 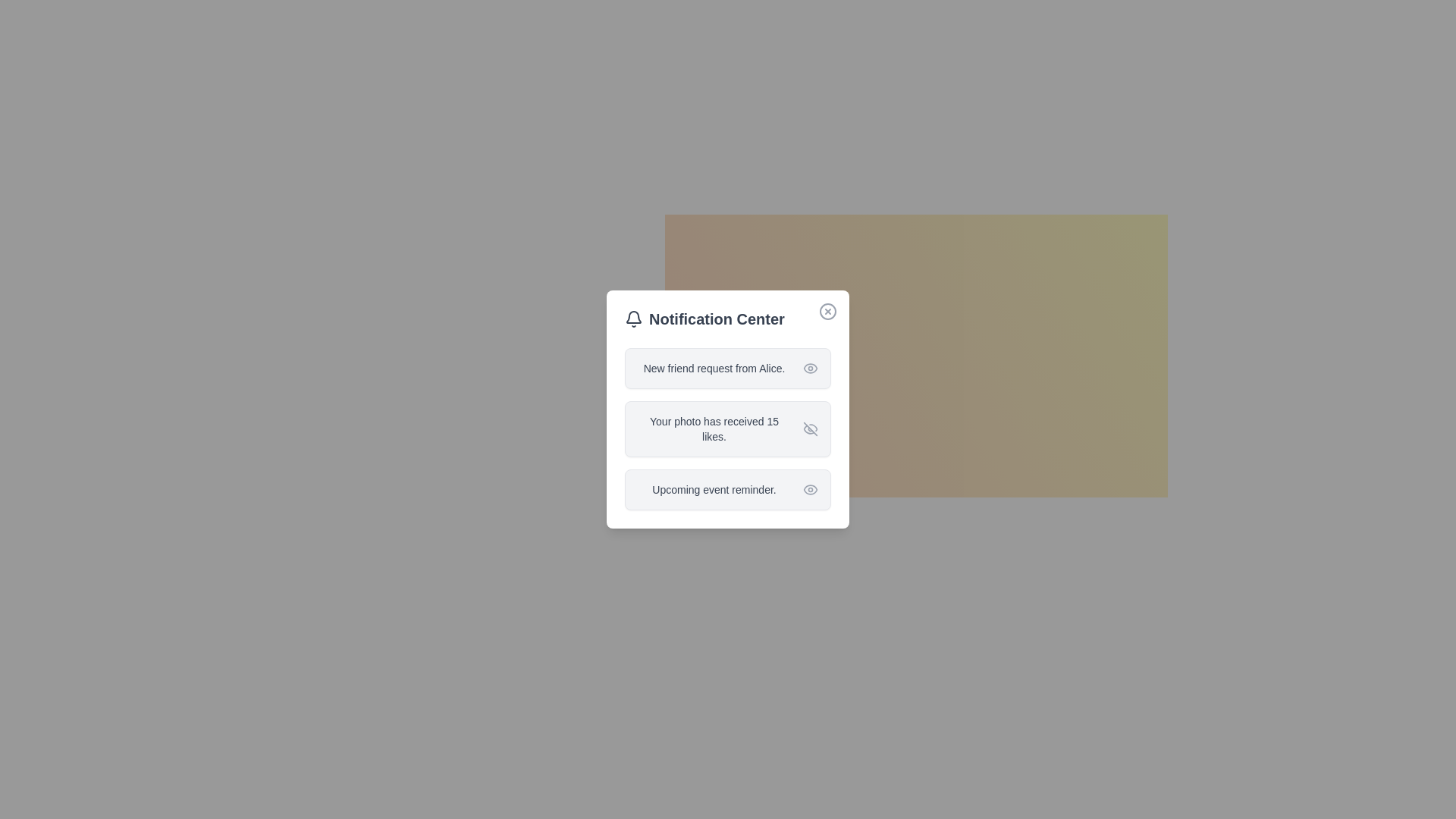 What do you see at coordinates (728, 369) in the screenshot?
I see `notification text from the topmost notification card in the Notification Center, which contains the message 'New friend request from Alice.'` at bounding box center [728, 369].